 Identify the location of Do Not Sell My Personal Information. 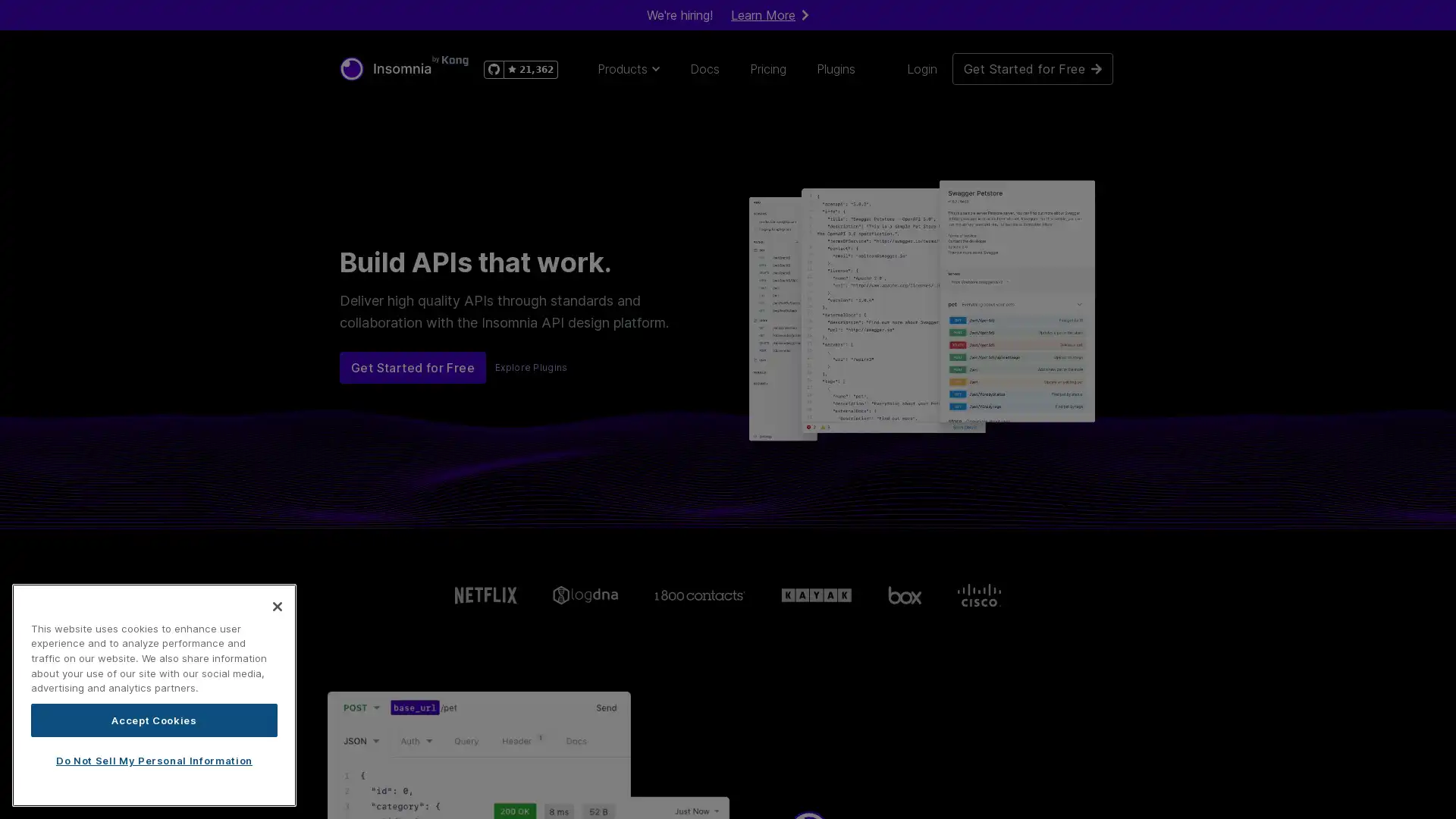
(154, 760).